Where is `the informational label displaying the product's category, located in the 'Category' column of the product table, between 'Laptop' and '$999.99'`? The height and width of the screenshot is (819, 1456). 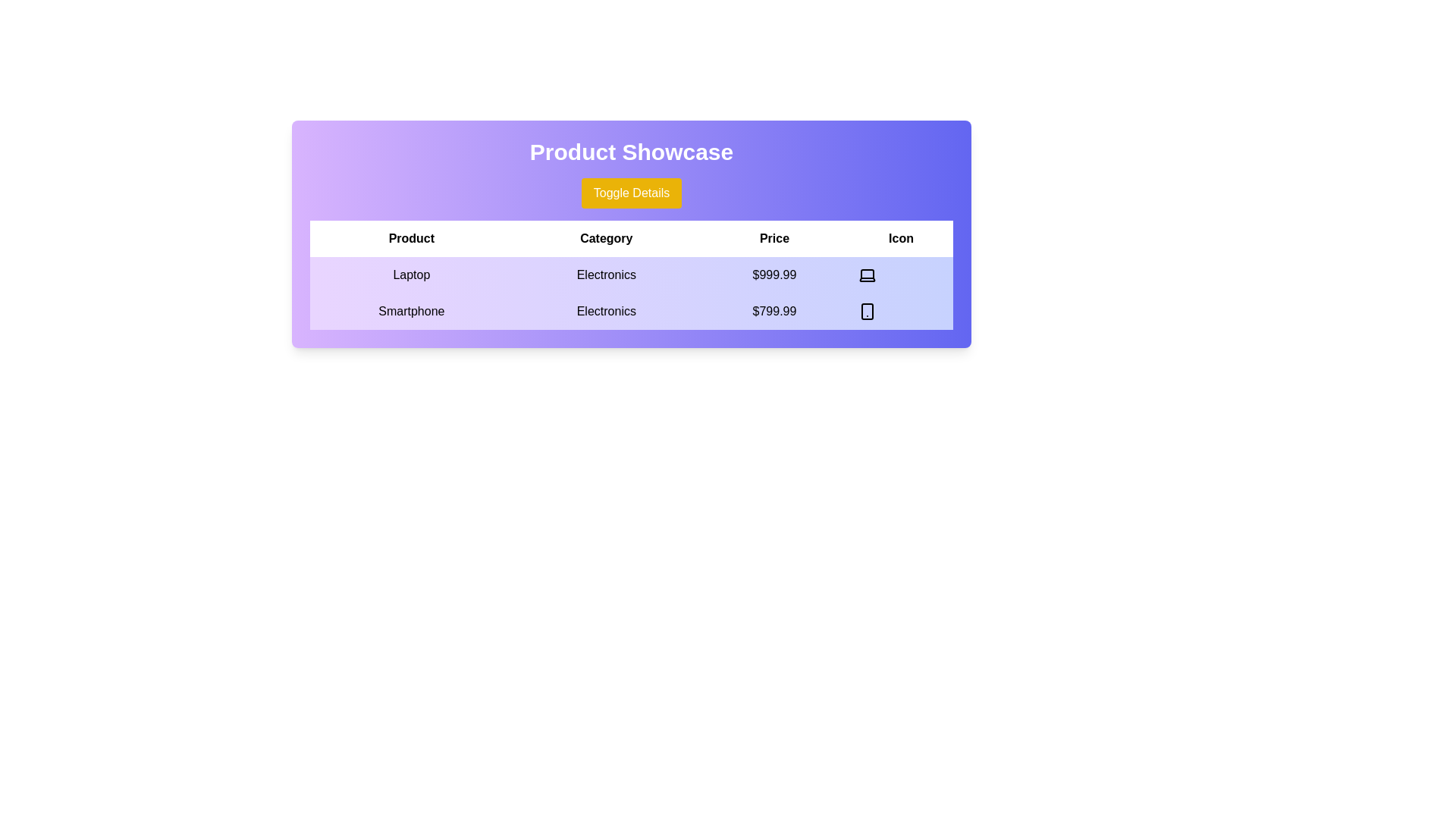
the informational label displaying the product's category, located in the 'Category' column of the product table, between 'Laptop' and '$999.99' is located at coordinates (605, 275).